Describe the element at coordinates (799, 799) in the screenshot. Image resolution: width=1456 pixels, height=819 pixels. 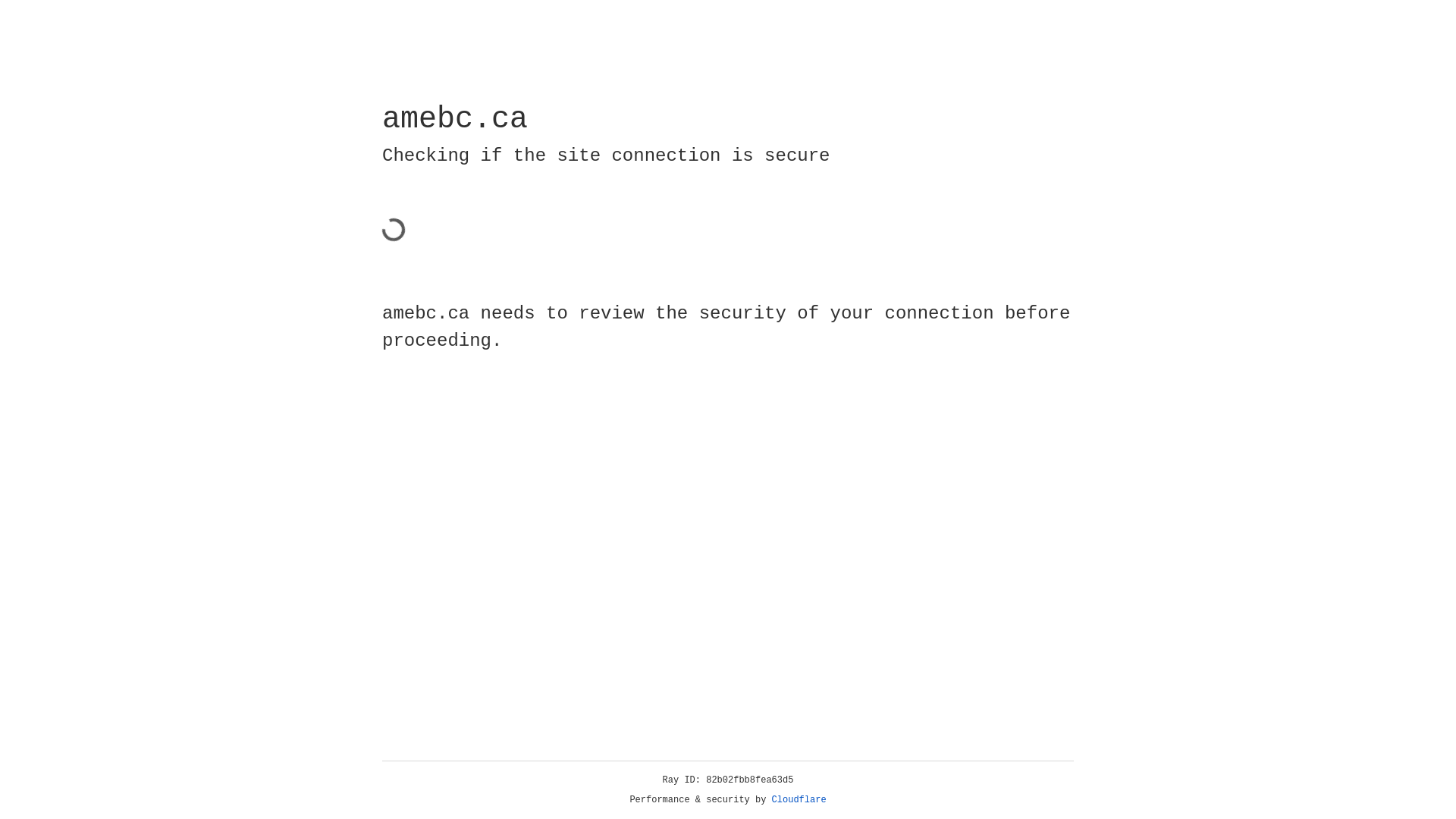
I see `'Cloudflare'` at that location.